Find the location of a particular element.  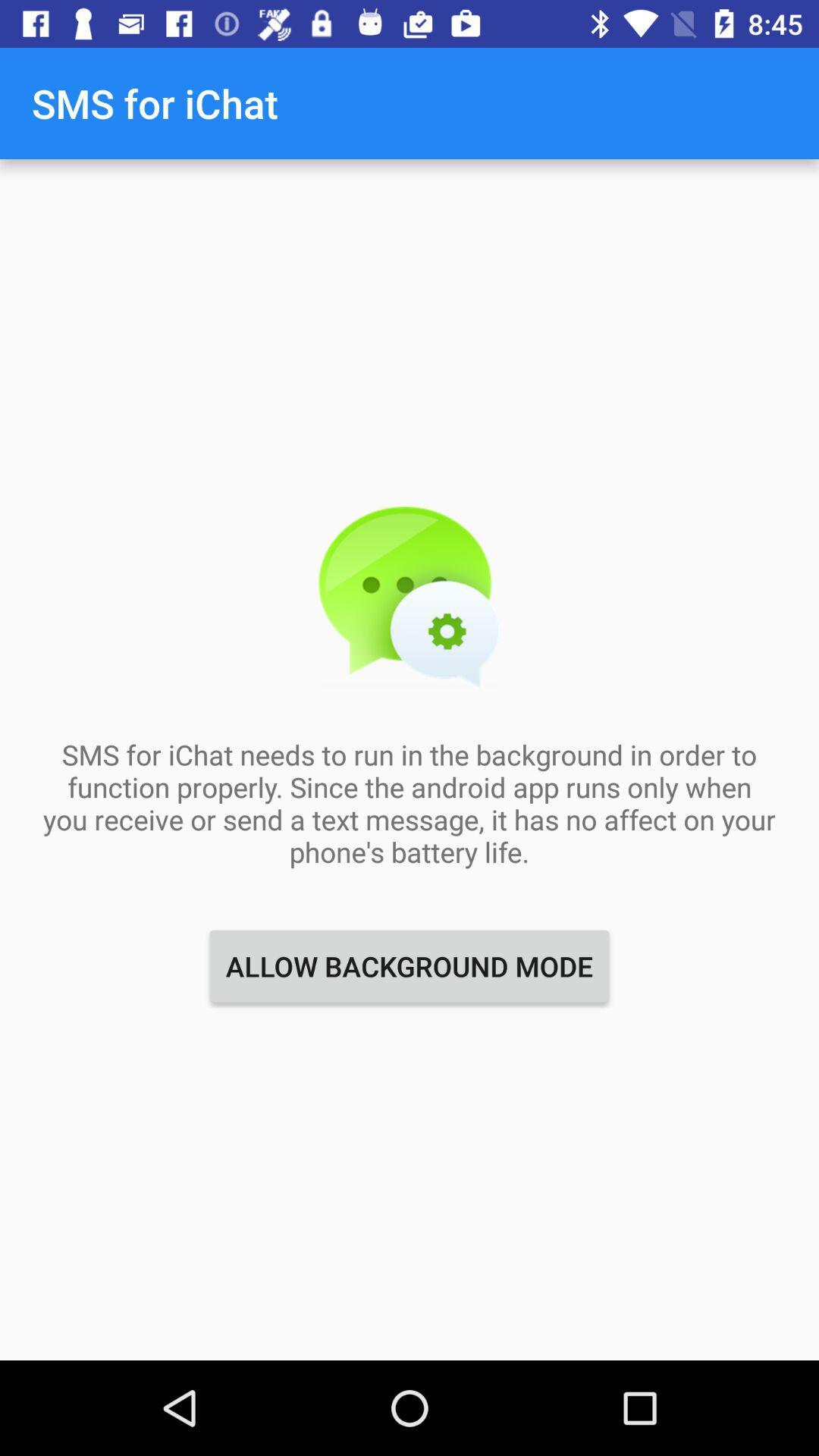

the item below the sms for ichat item is located at coordinates (409, 965).